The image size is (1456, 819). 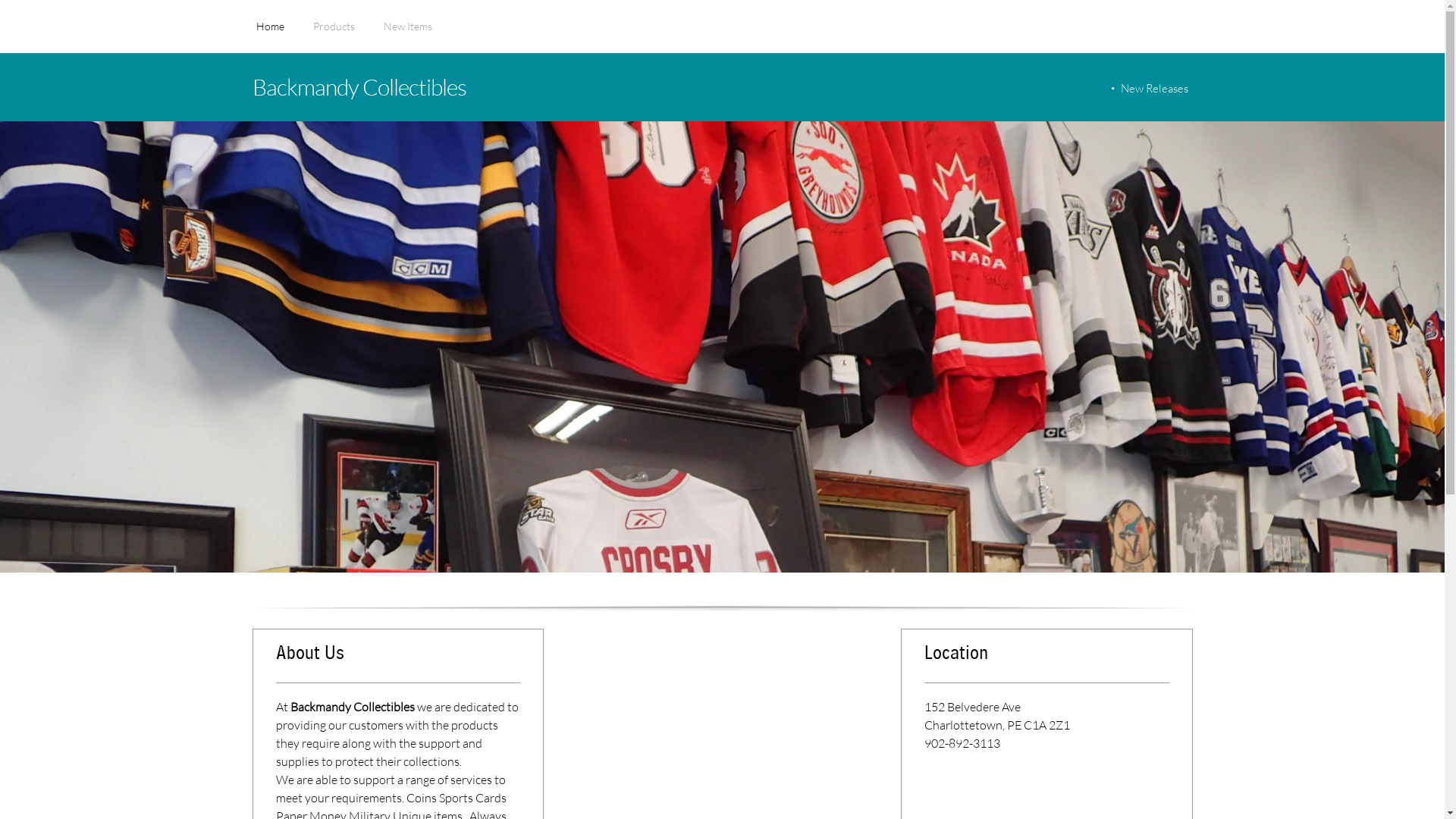 I want to click on 'New Items', so click(x=407, y=34).